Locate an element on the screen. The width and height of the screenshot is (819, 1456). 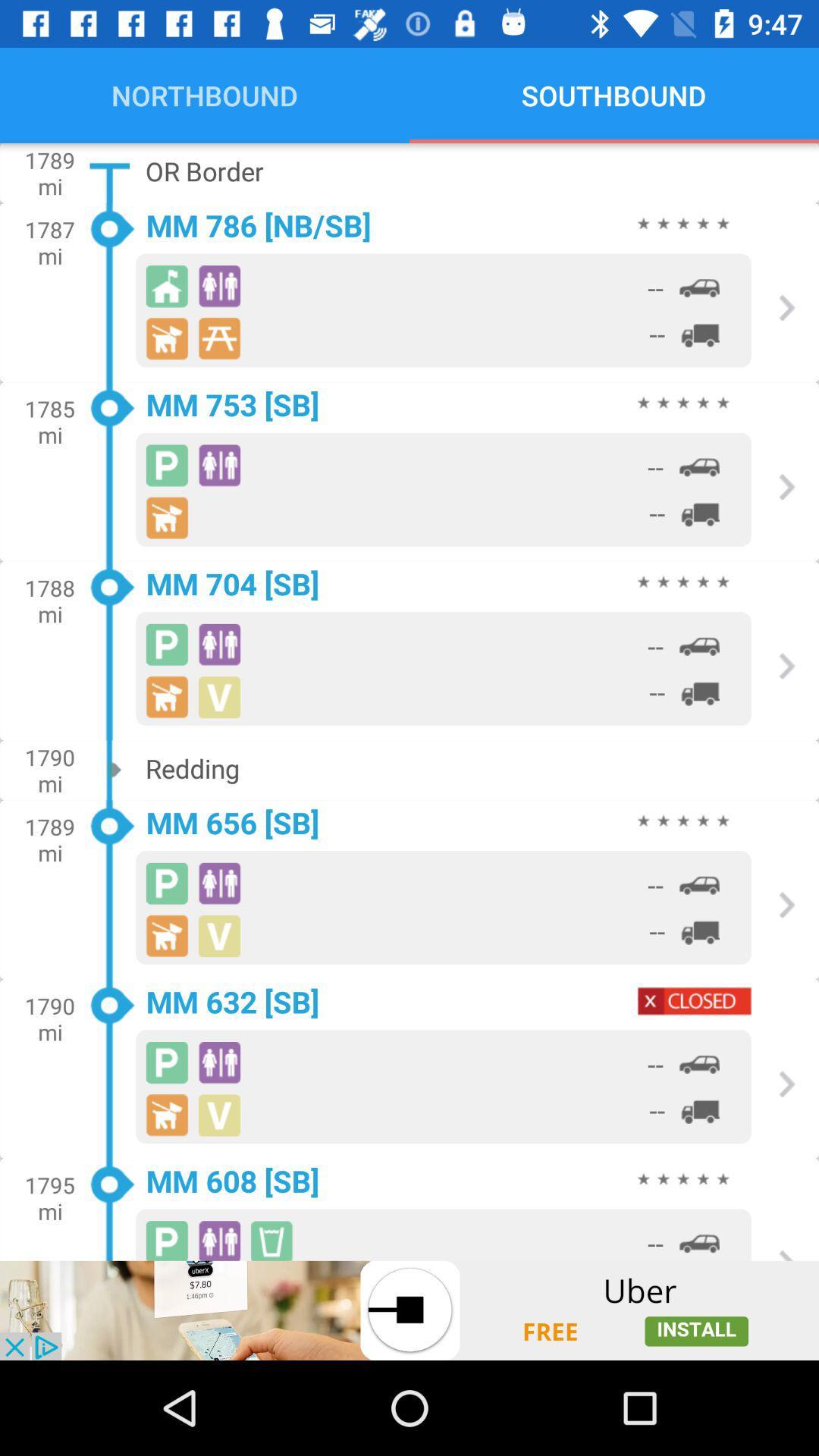
advertisement image is located at coordinates (409, 1310).